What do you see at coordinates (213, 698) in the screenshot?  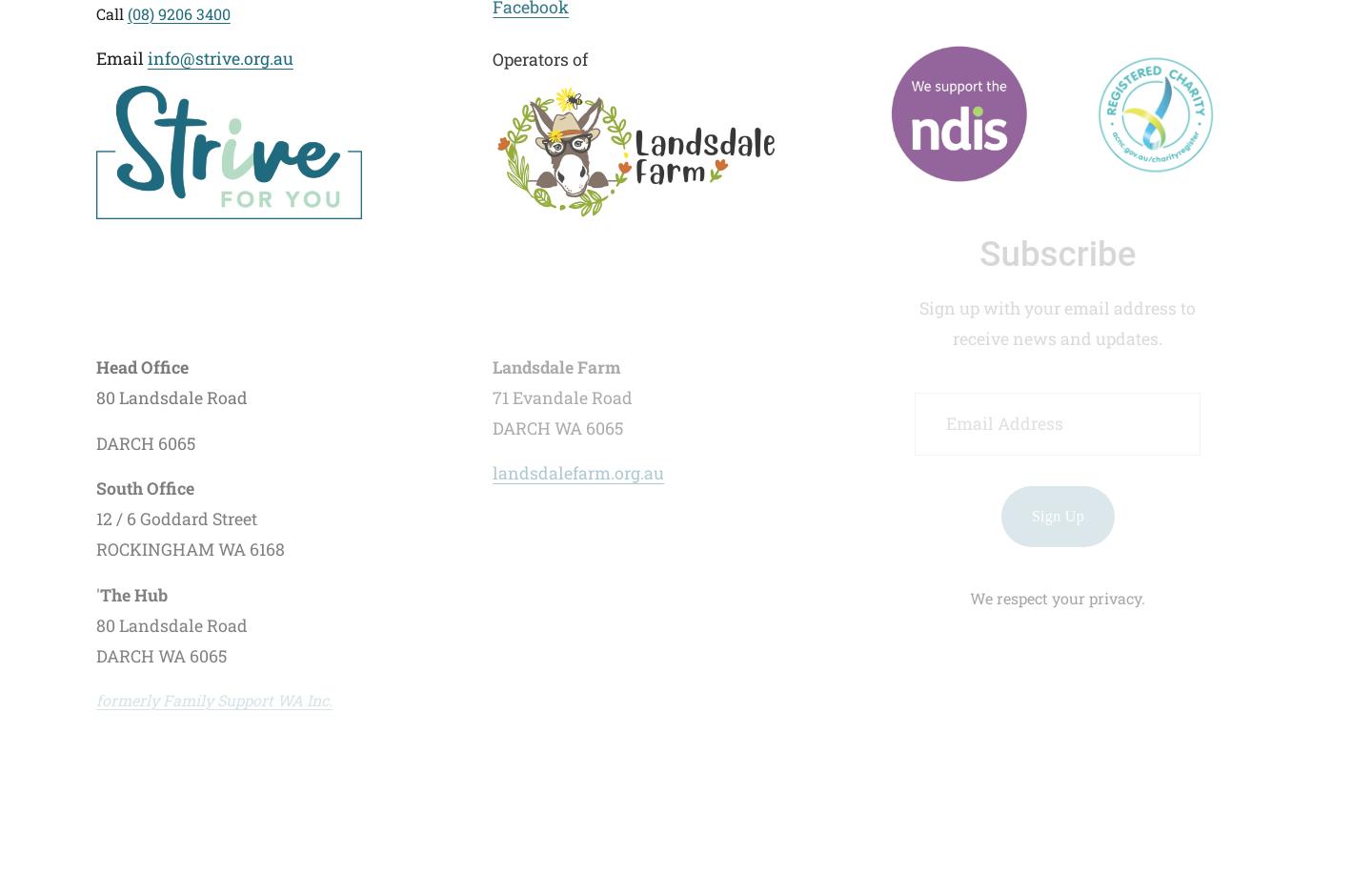 I see `'formerly Family Support WA Inc.'` at bounding box center [213, 698].